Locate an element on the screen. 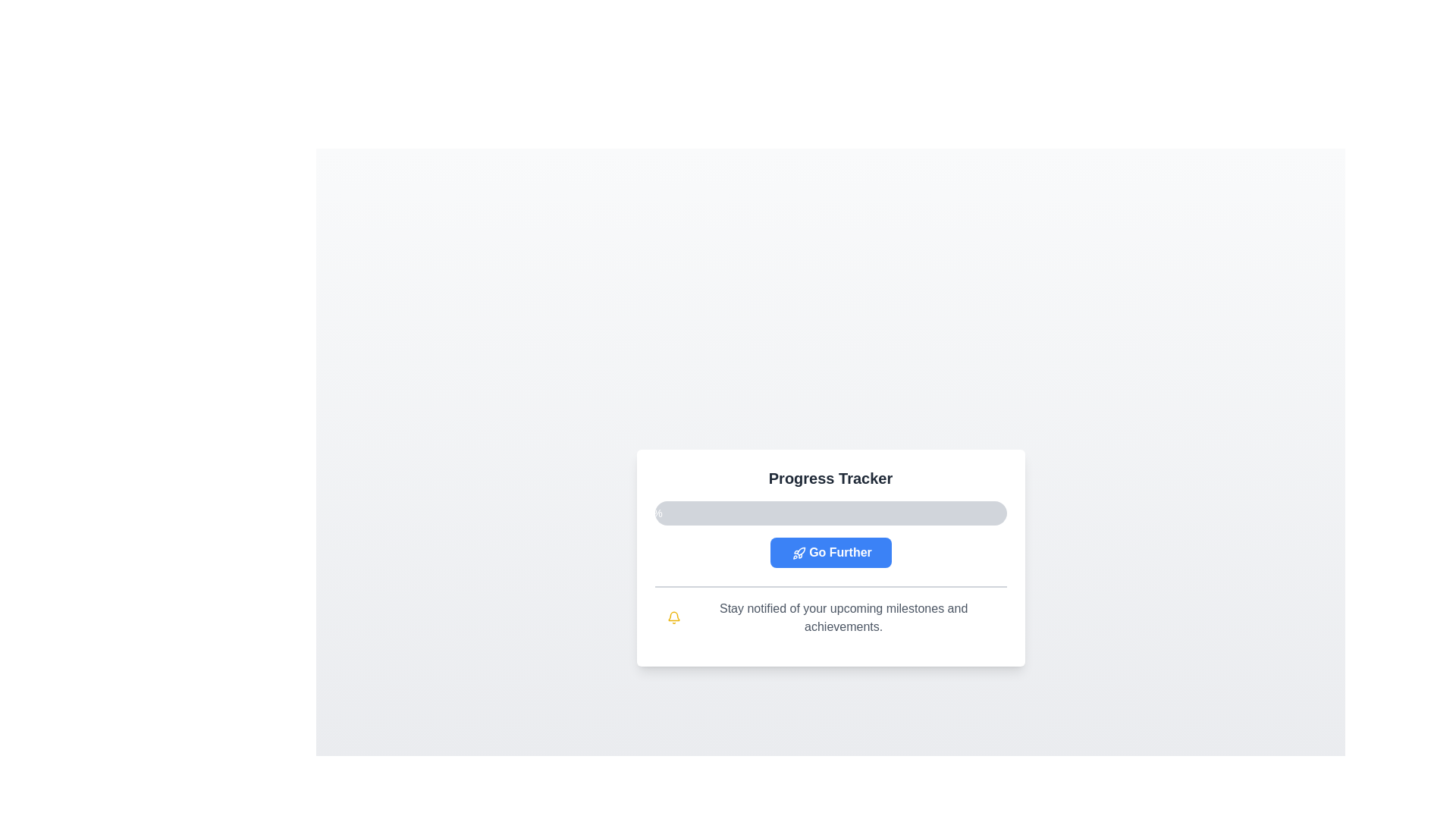  the informational text with bell icon located at the bottom of the 'Progress Tracker' card, below the 'Go Further' button is located at coordinates (830, 617).